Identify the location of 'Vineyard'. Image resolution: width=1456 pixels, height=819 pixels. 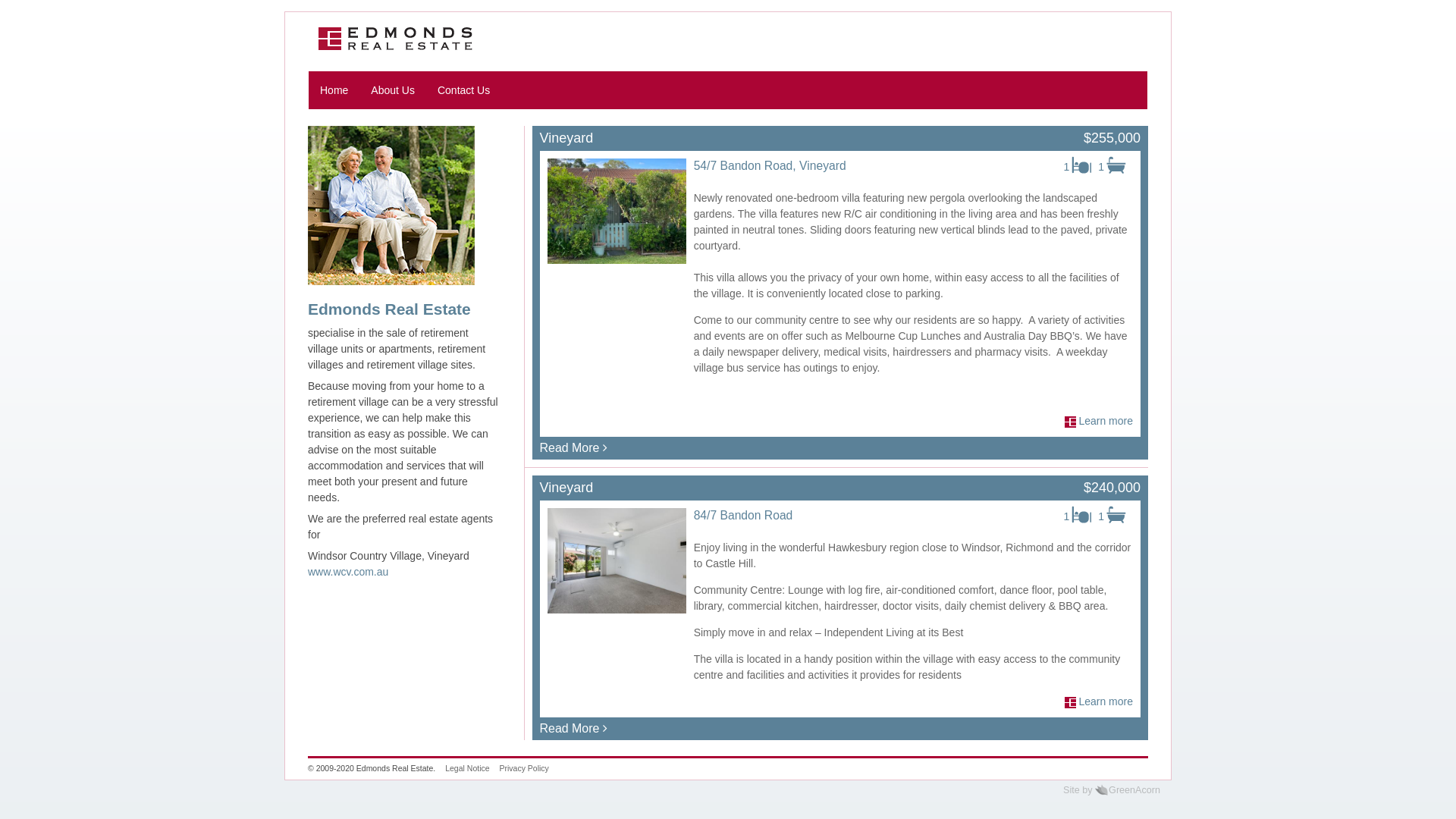
(566, 137).